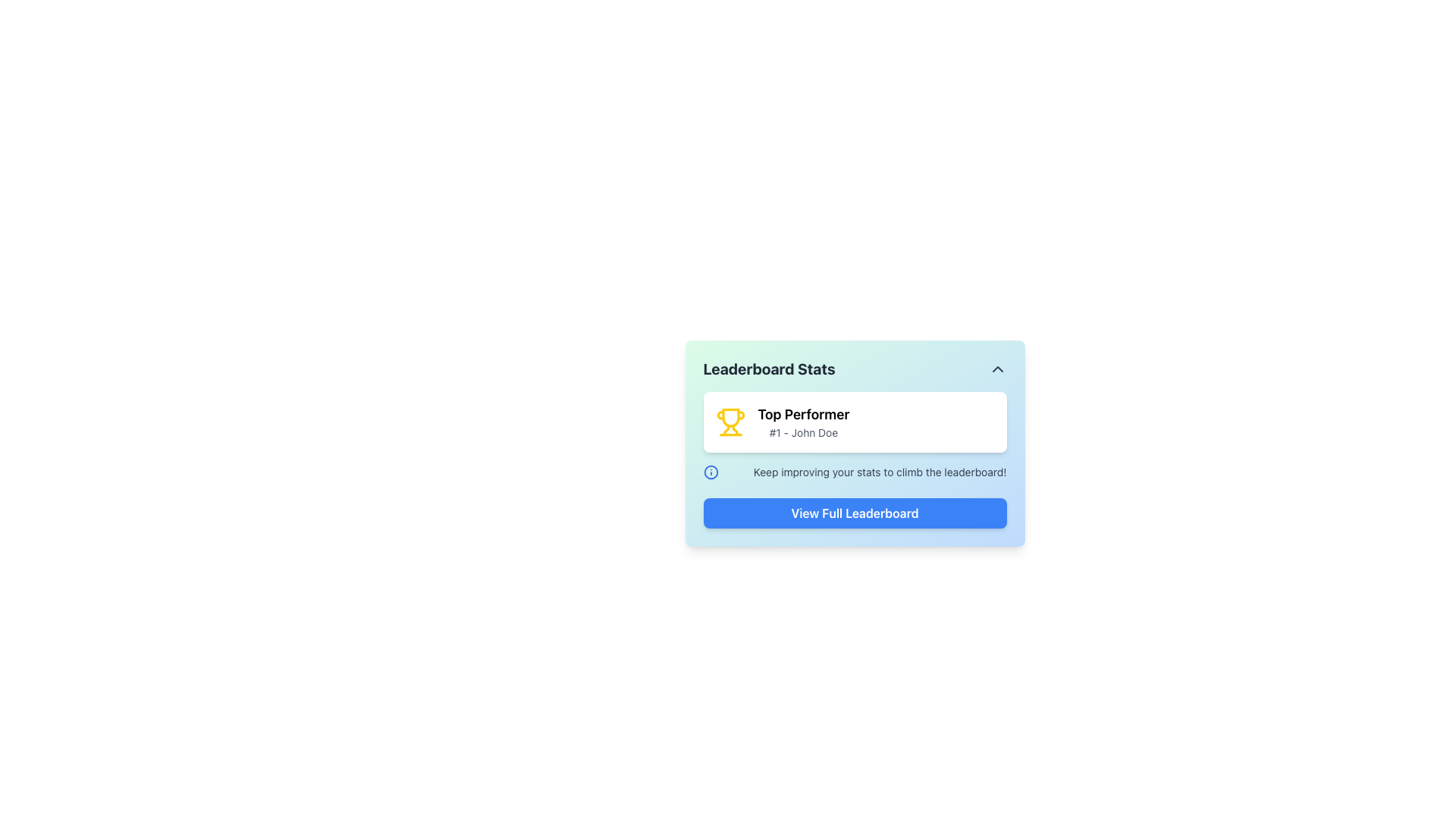 The height and width of the screenshot is (819, 1456). What do you see at coordinates (730, 422) in the screenshot?
I see `the gold-colored trophy icon with handles and a base, which is located to the left of the 'Top Performer' text and '#1 - John Doe' label in the highlighted card of the leaderboard section` at bounding box center [730, 422].